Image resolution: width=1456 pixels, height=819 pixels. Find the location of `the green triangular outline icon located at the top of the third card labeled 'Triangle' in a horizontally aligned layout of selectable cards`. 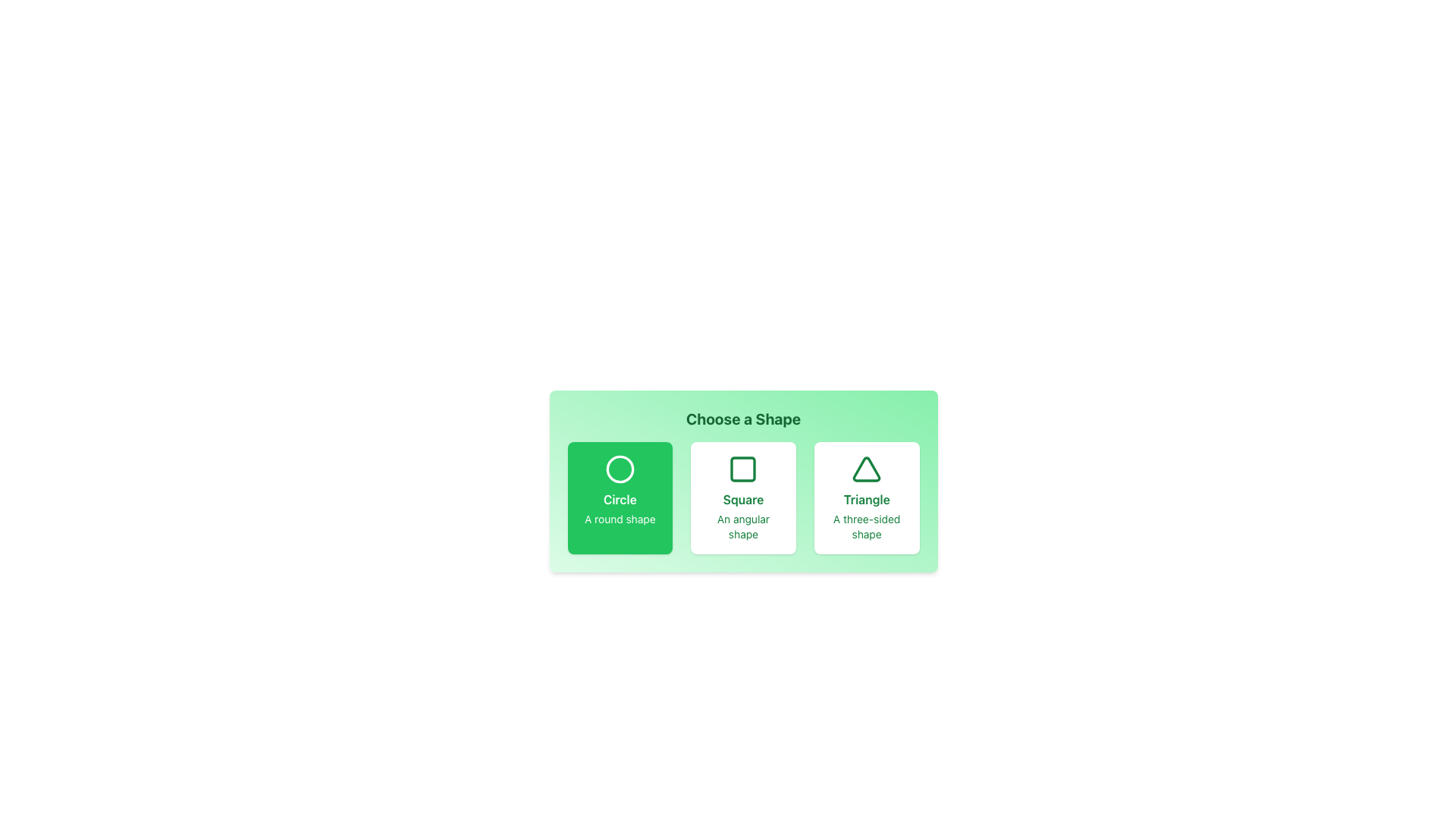

the green triangular outline icon located at the top of the third card labeled 'Triangle' in a horizontally aligned layout of selectable cards is located at coordinates (867, 468).